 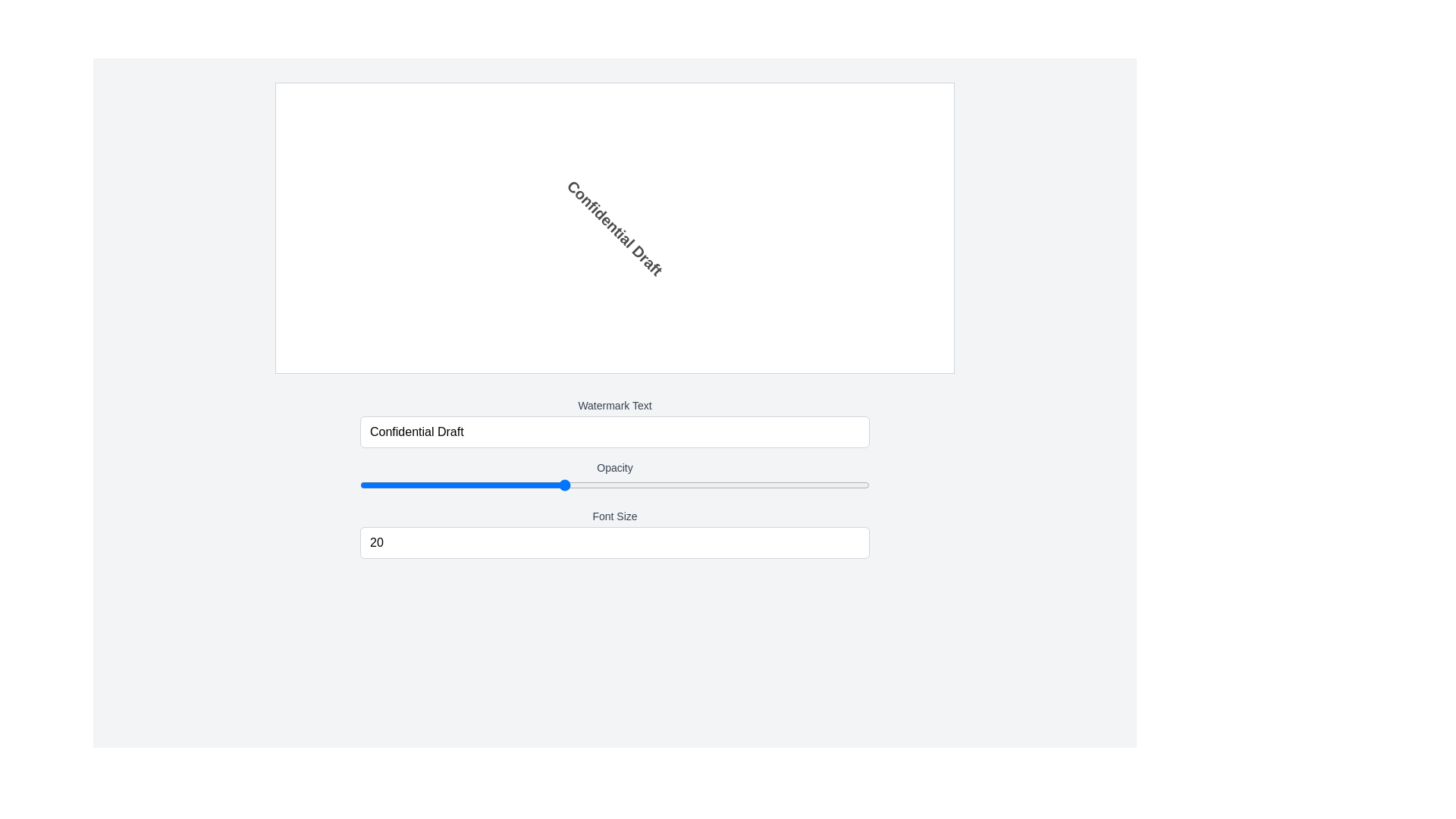 I want to click on the 'Font Size' numeric input field to focus on it, so click(x=615, y=533).